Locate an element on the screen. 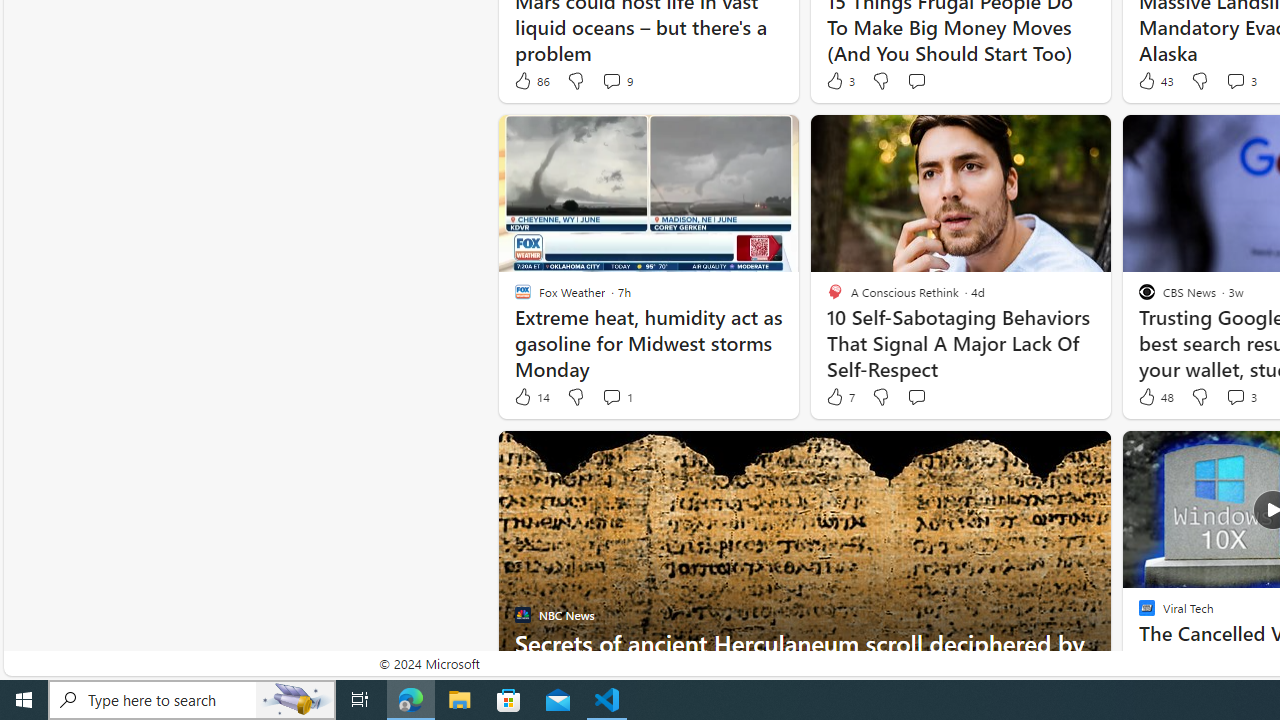 The width and height of the screenshot is (1280, 720). '3 Like' is located at coordinates (839, 80).